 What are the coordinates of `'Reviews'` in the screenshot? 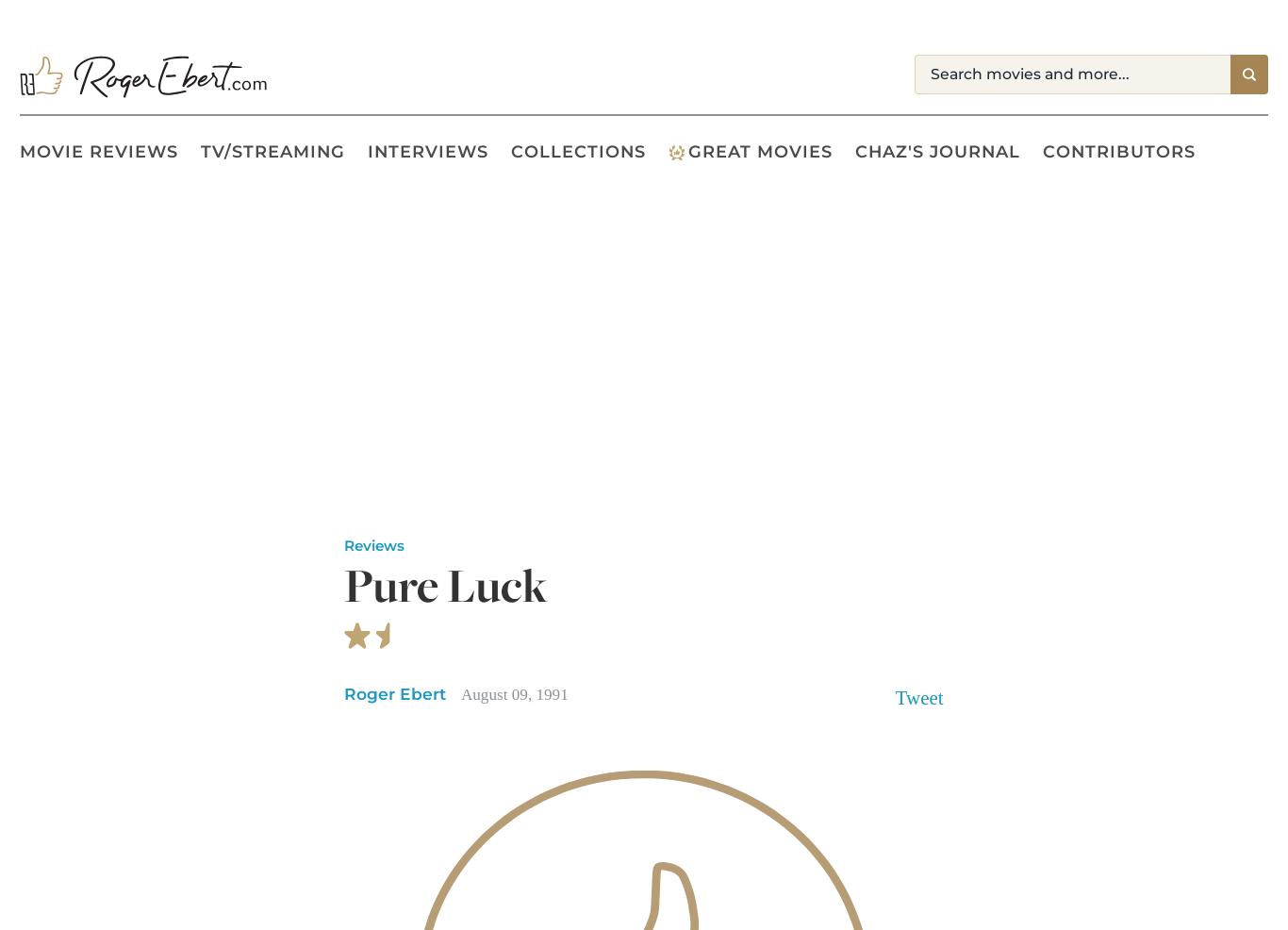 It's located at (342, 544).